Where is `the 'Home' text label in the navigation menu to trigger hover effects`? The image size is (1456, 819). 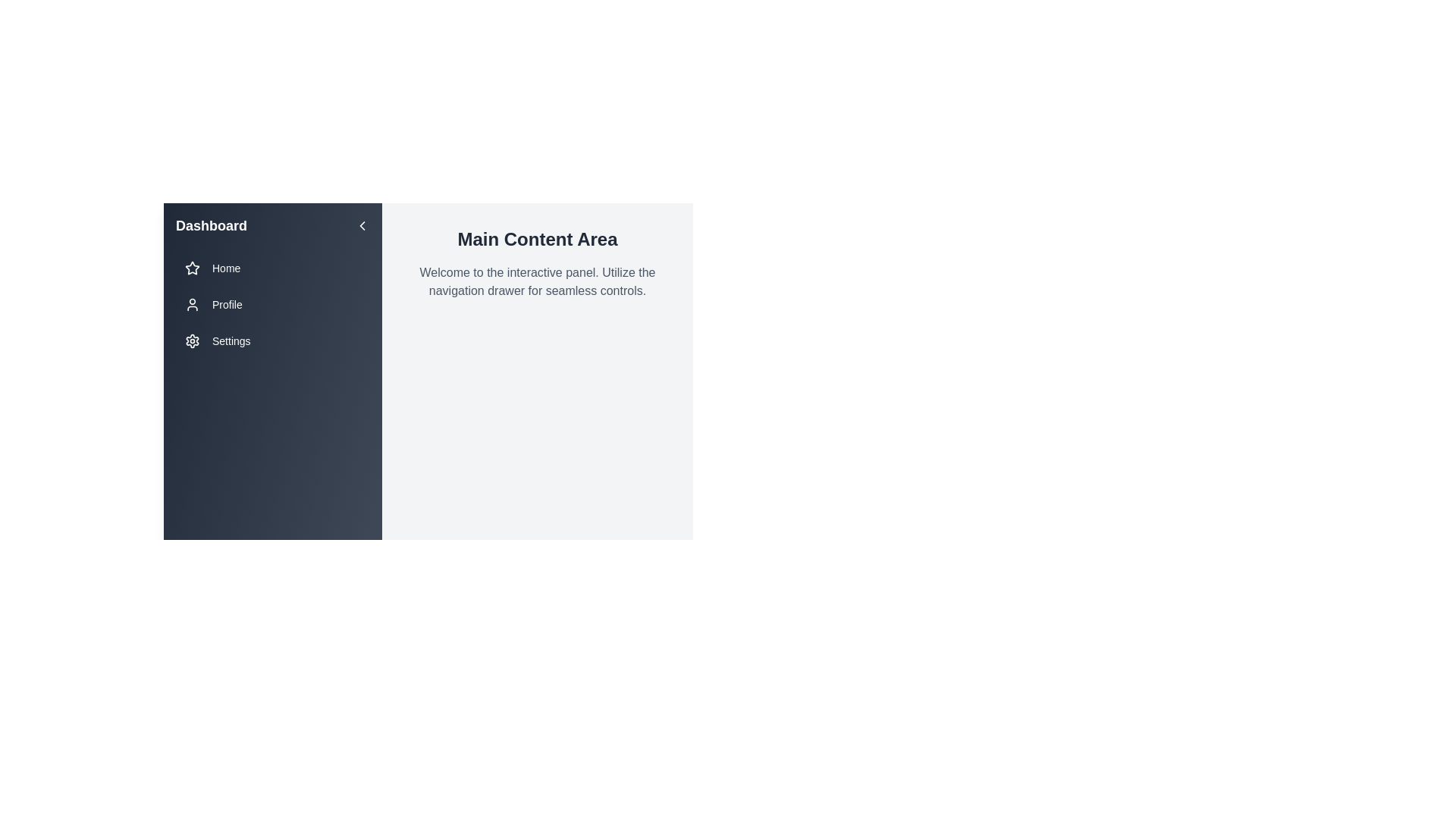 the 'Home' text label in the navigation menu to trigger hover effects is located at coordinates (225, 268).